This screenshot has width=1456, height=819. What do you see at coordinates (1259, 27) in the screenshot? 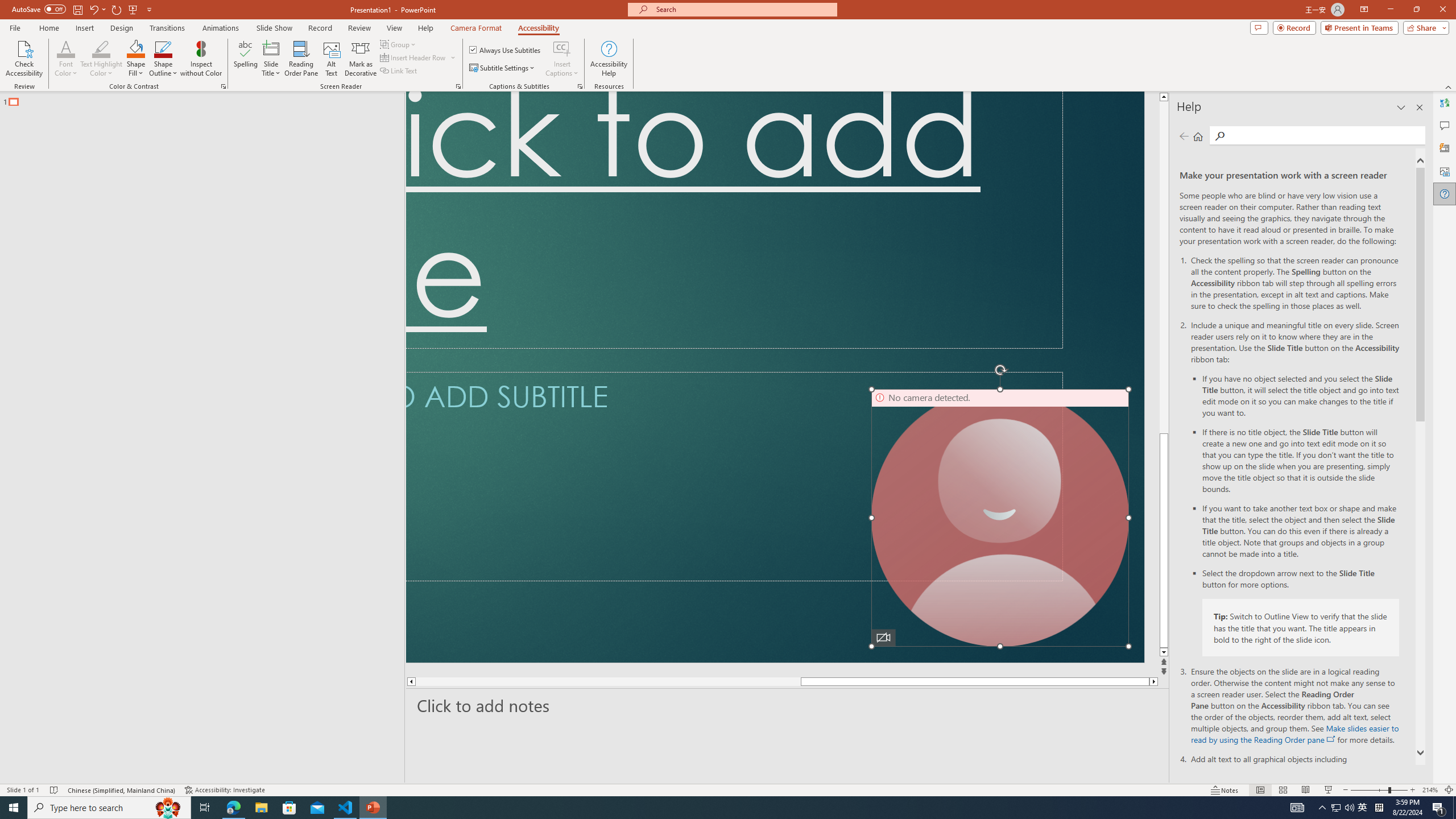
I see `'Comments'` at bounding box center [1259, 27].